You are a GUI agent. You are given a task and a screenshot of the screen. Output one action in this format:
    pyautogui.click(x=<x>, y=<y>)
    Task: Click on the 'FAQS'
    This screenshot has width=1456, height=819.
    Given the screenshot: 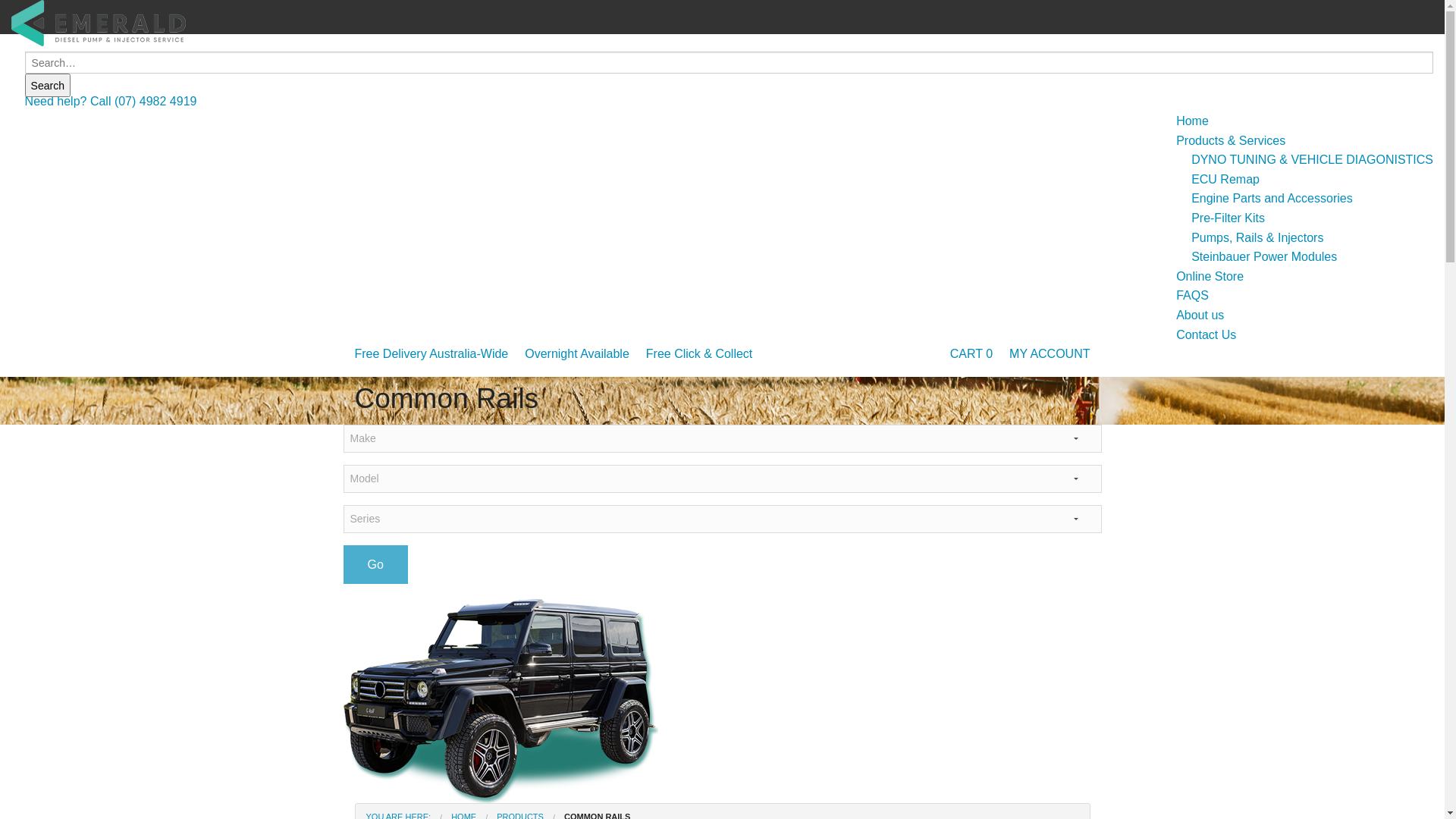 What is the action you would take?
    pyautogui.click(x=1191, y=295)
    